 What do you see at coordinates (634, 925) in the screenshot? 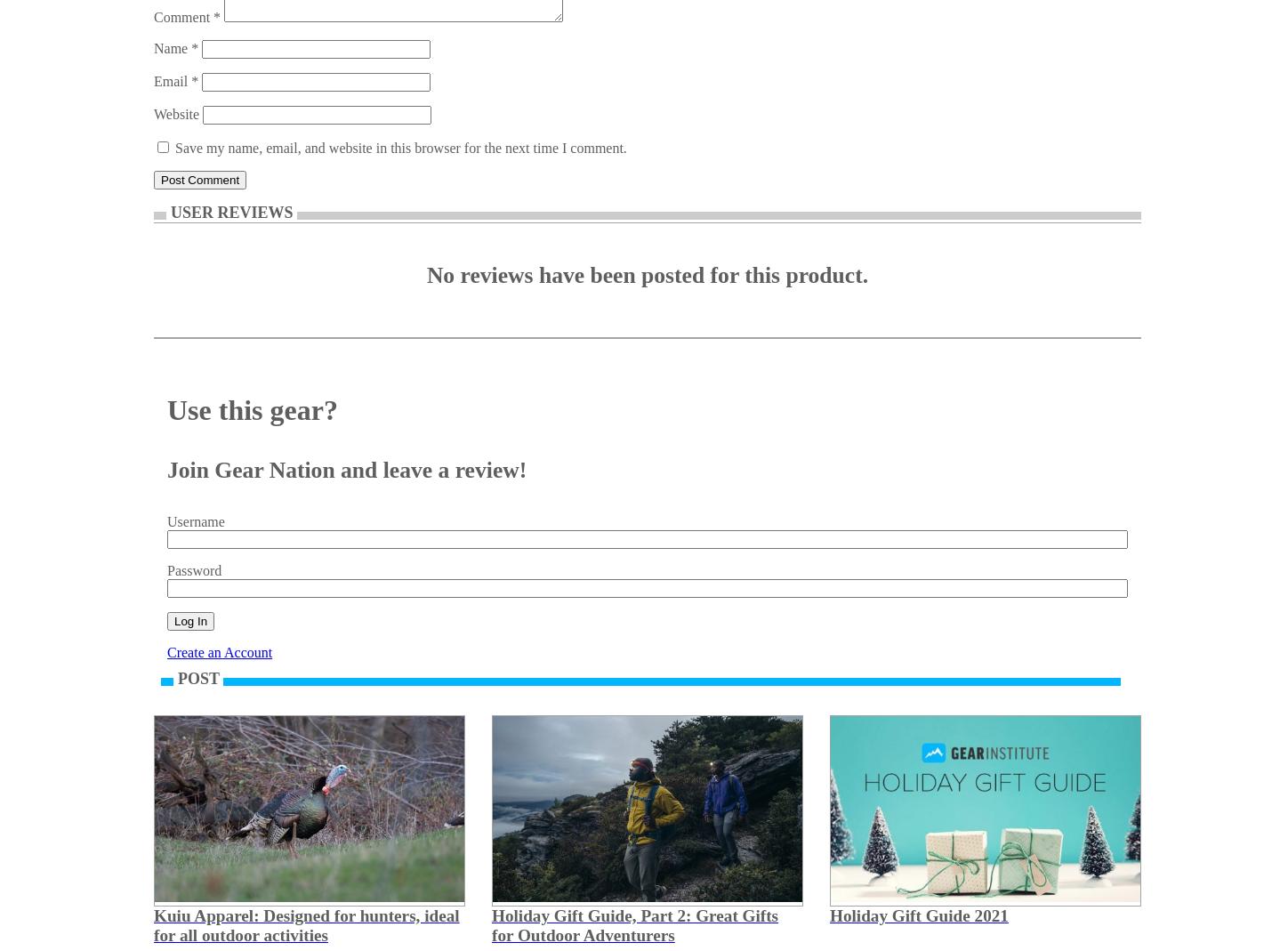
I see `'Holiday Gift Guide, Part 2: Great Gifts for Outdoor Adventurers'` at bounding box center [634, 925].